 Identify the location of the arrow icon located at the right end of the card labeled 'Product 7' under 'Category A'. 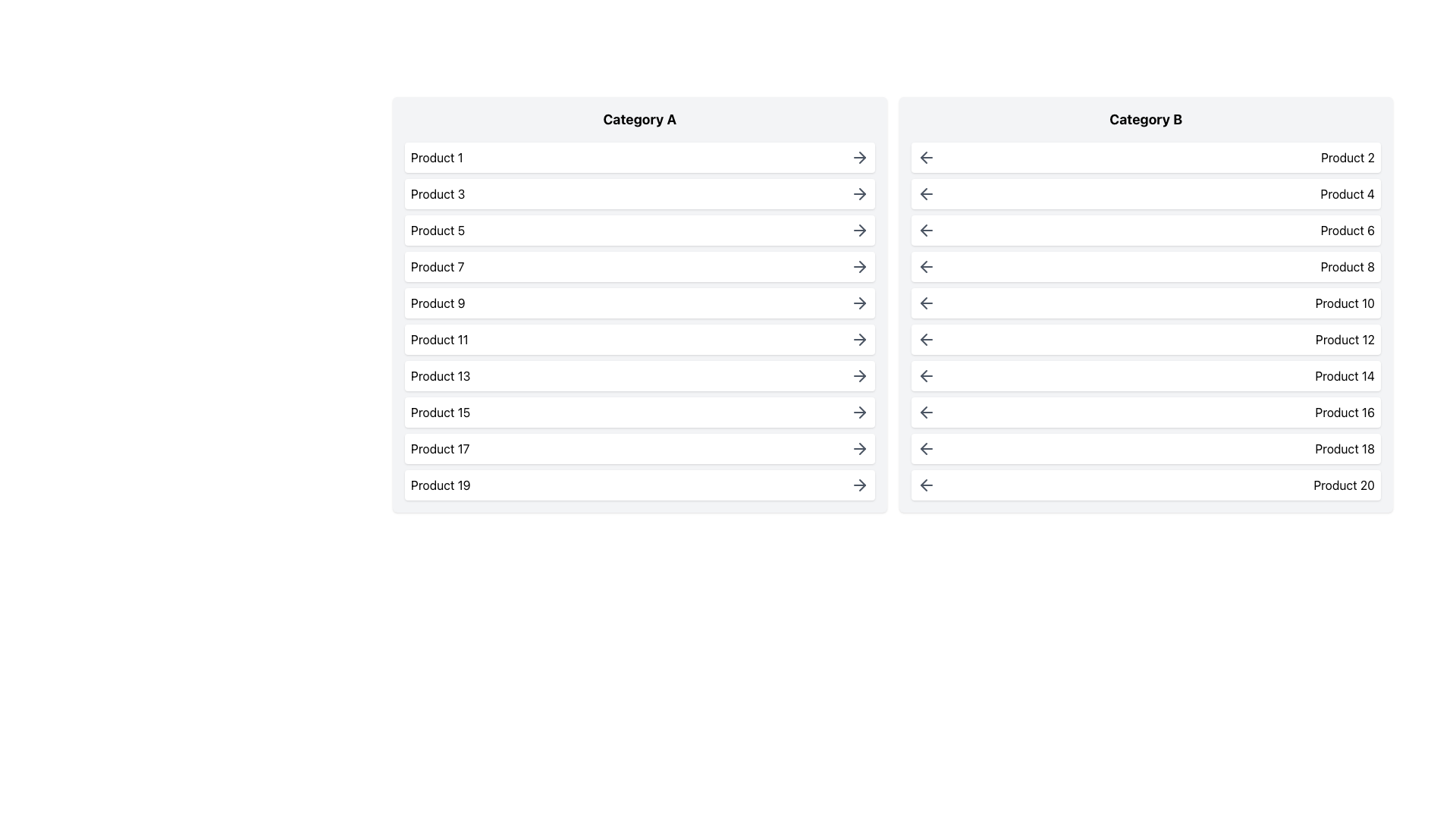
(859, 265).